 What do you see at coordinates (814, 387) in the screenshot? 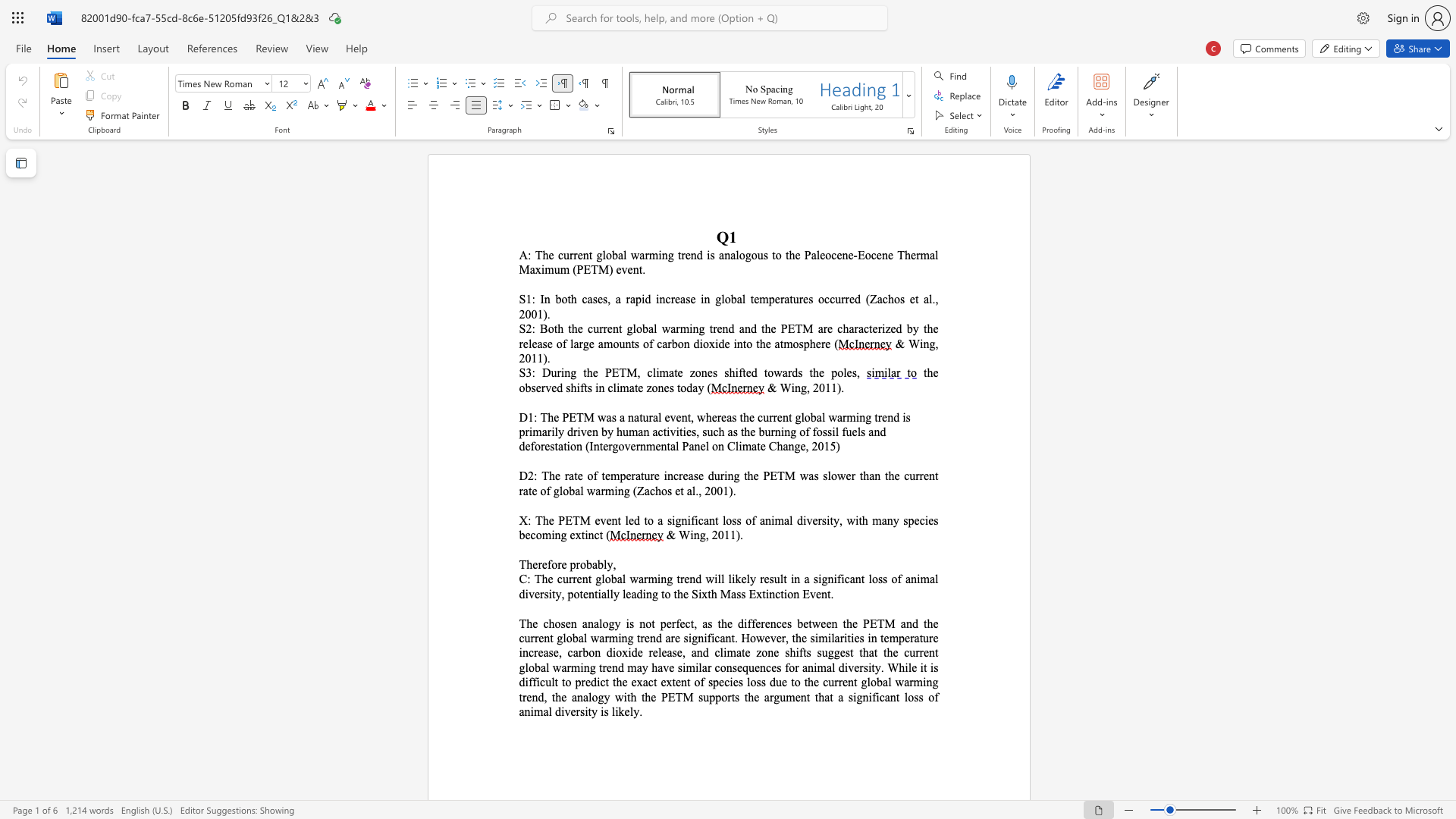
I see `the 1th character "2" in the text` at bounding box center [814, 387].